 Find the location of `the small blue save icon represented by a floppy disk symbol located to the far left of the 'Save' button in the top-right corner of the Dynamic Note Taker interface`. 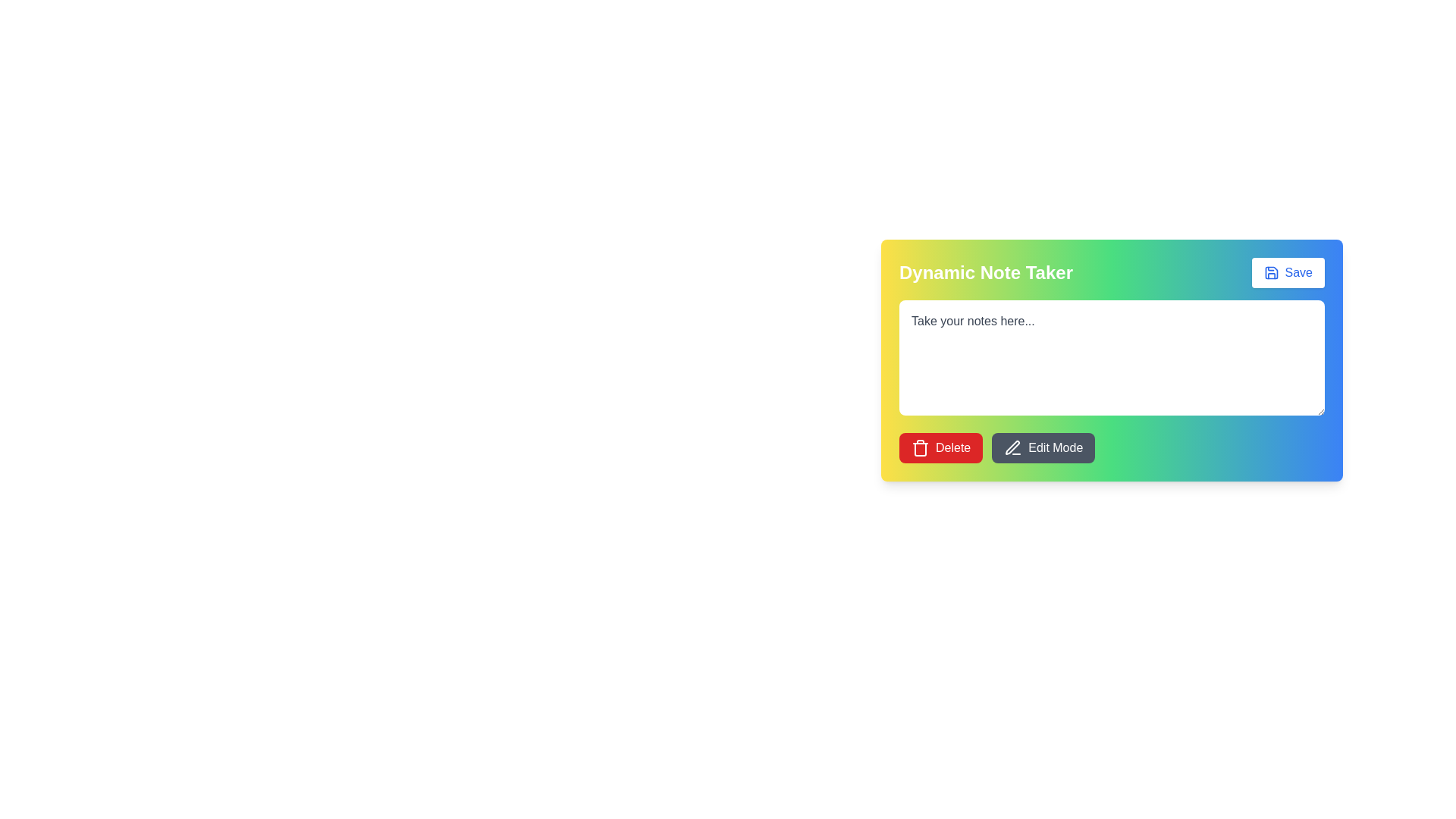

the small blue save icon represented by a floppy disk symbol located to the far left of the 'Save' button in the top-right corner of the Dynamic Note Taker interface is located at coordinates (1271, 271).